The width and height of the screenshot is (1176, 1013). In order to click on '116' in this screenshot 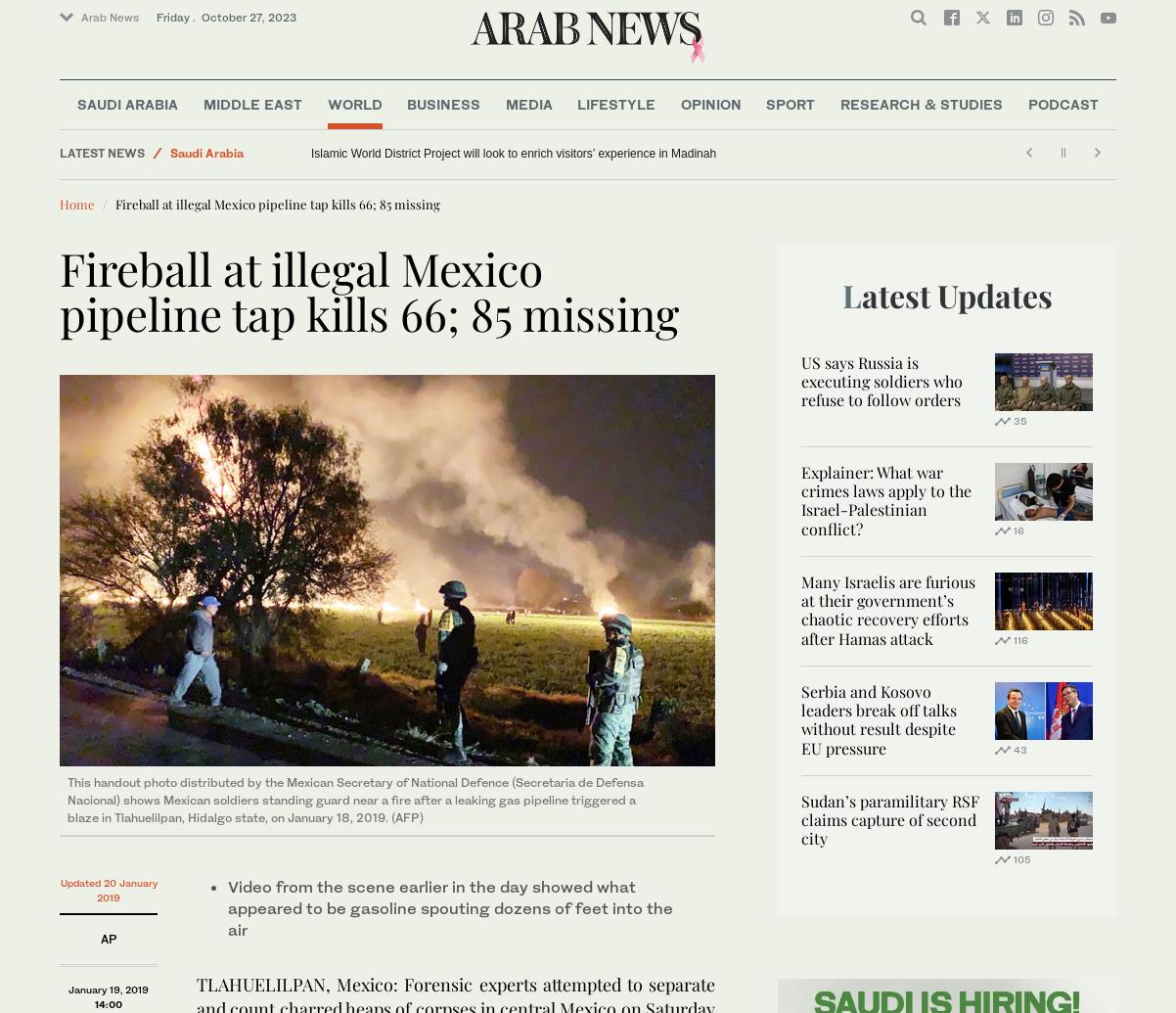, I will do `click(1019, 637)`.